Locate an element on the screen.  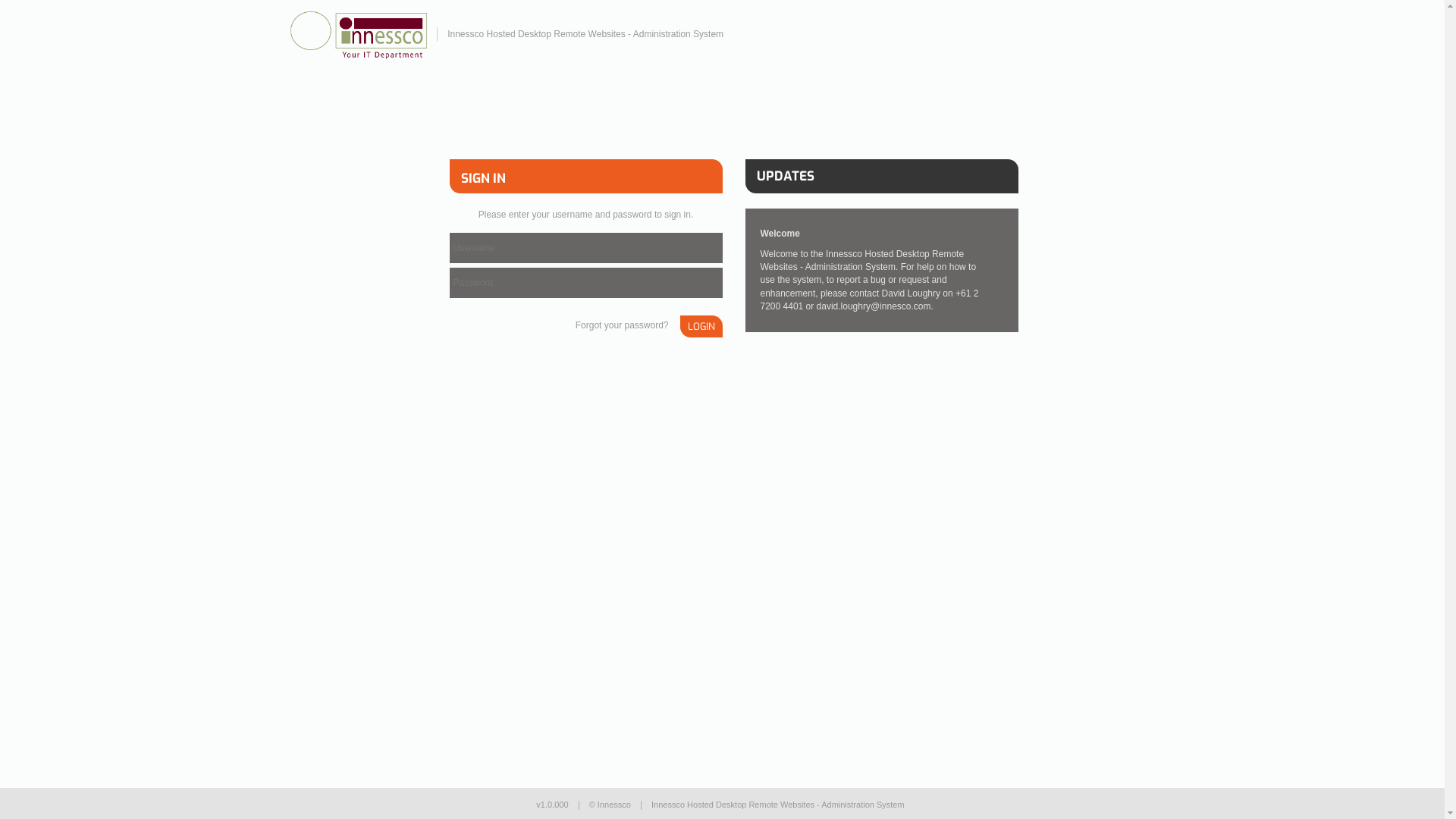
'LOGIN' is located at coordinates (679, 325).